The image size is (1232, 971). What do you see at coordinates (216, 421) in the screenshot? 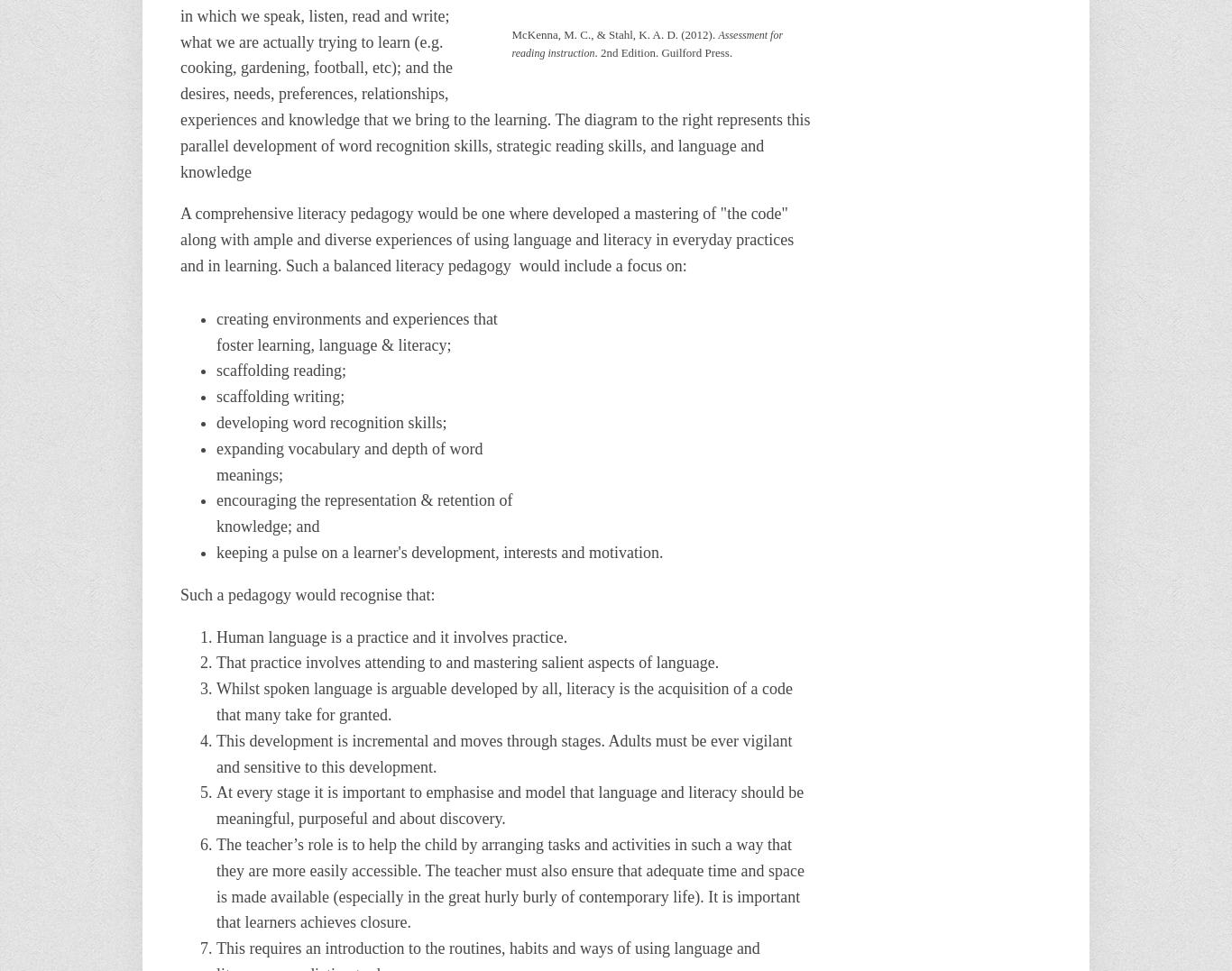
I see `'developing word recognition skills;'` at bounding box center [216, 421].